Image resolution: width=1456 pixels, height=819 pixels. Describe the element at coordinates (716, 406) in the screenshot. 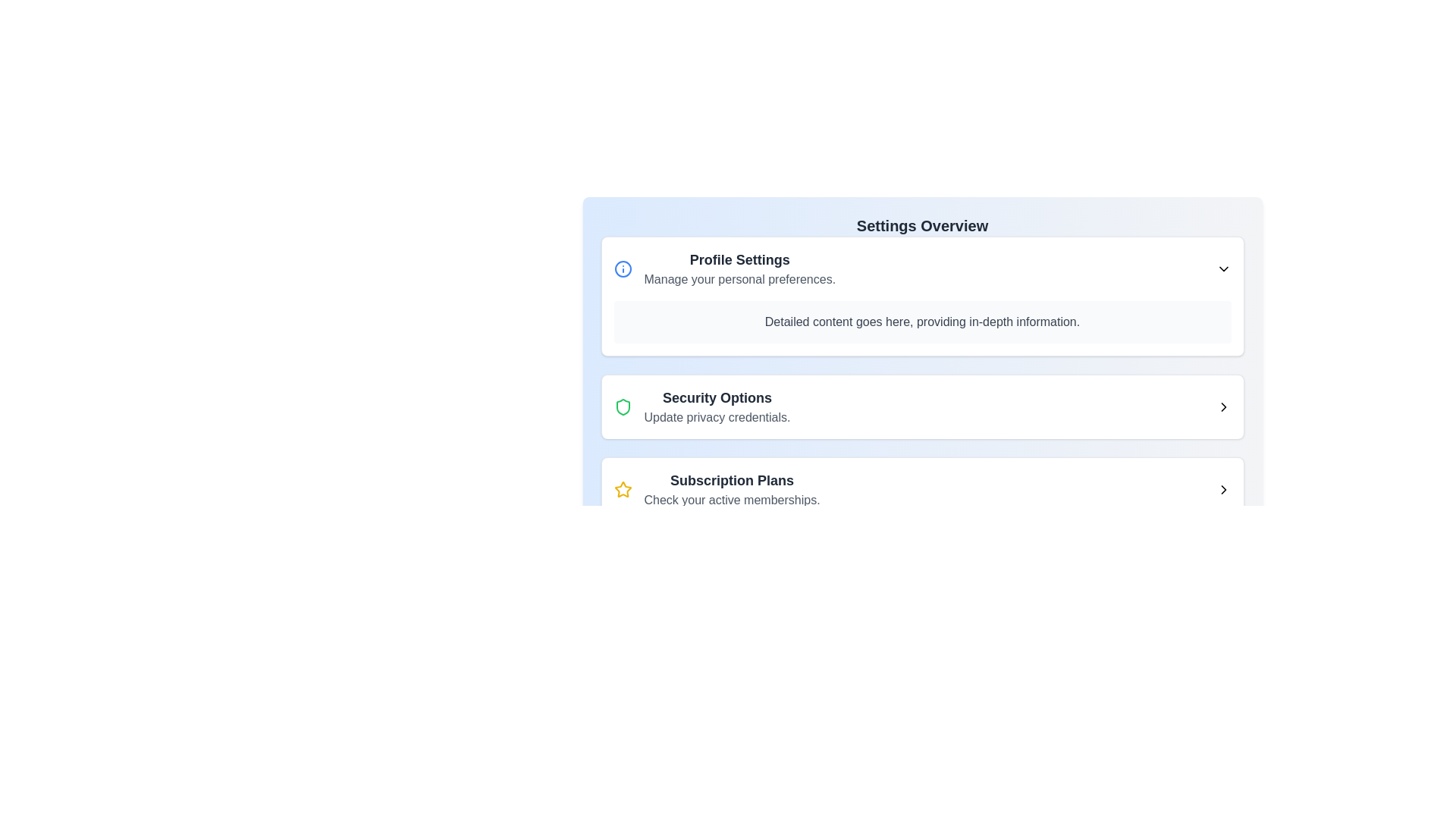

I see `the header and description pair for the 'Security Options' section located centrally in the card under 'Settings Overview'` at that location.